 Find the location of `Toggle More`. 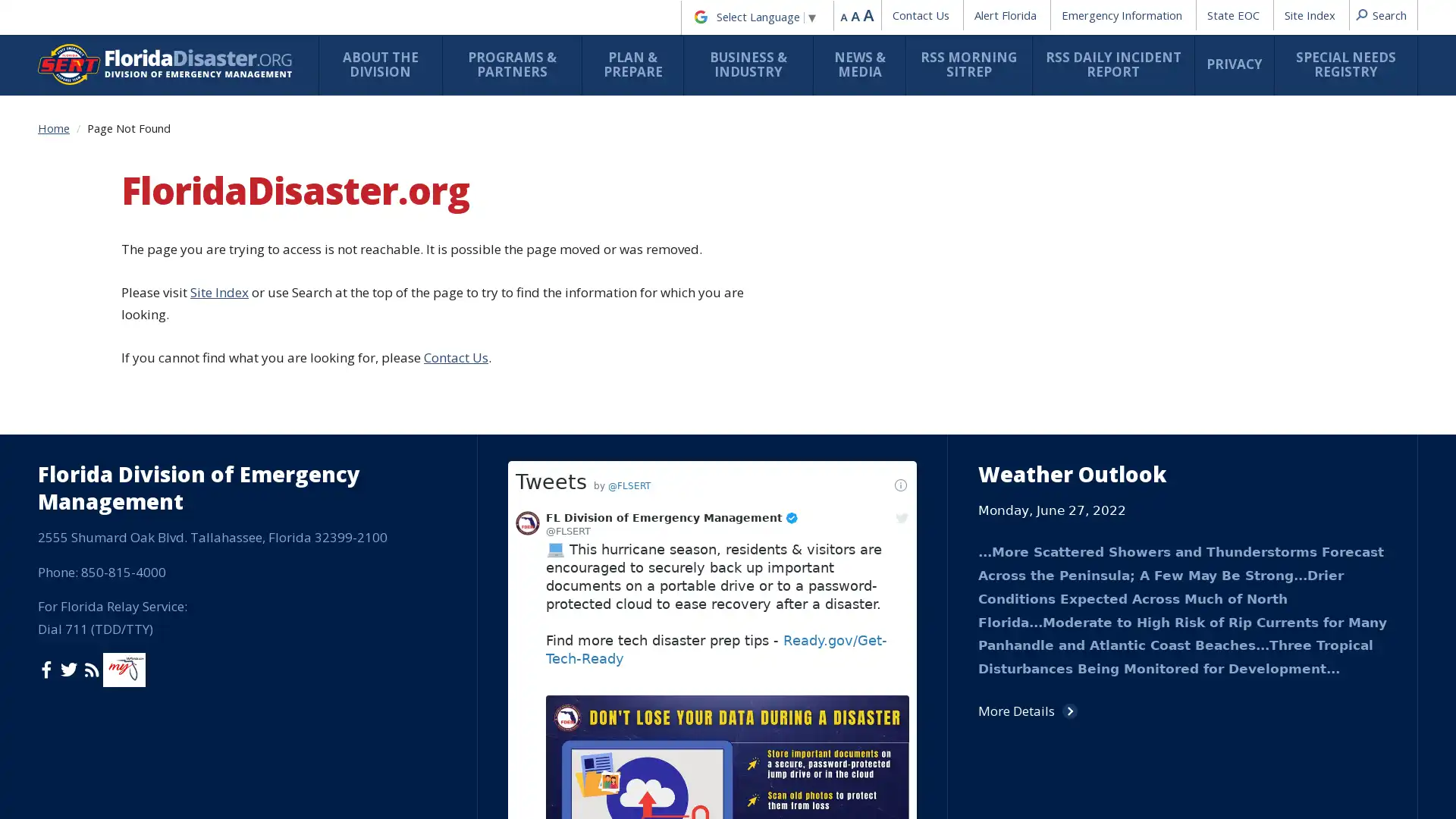

Toggle More is located at coordinates (455, 236).